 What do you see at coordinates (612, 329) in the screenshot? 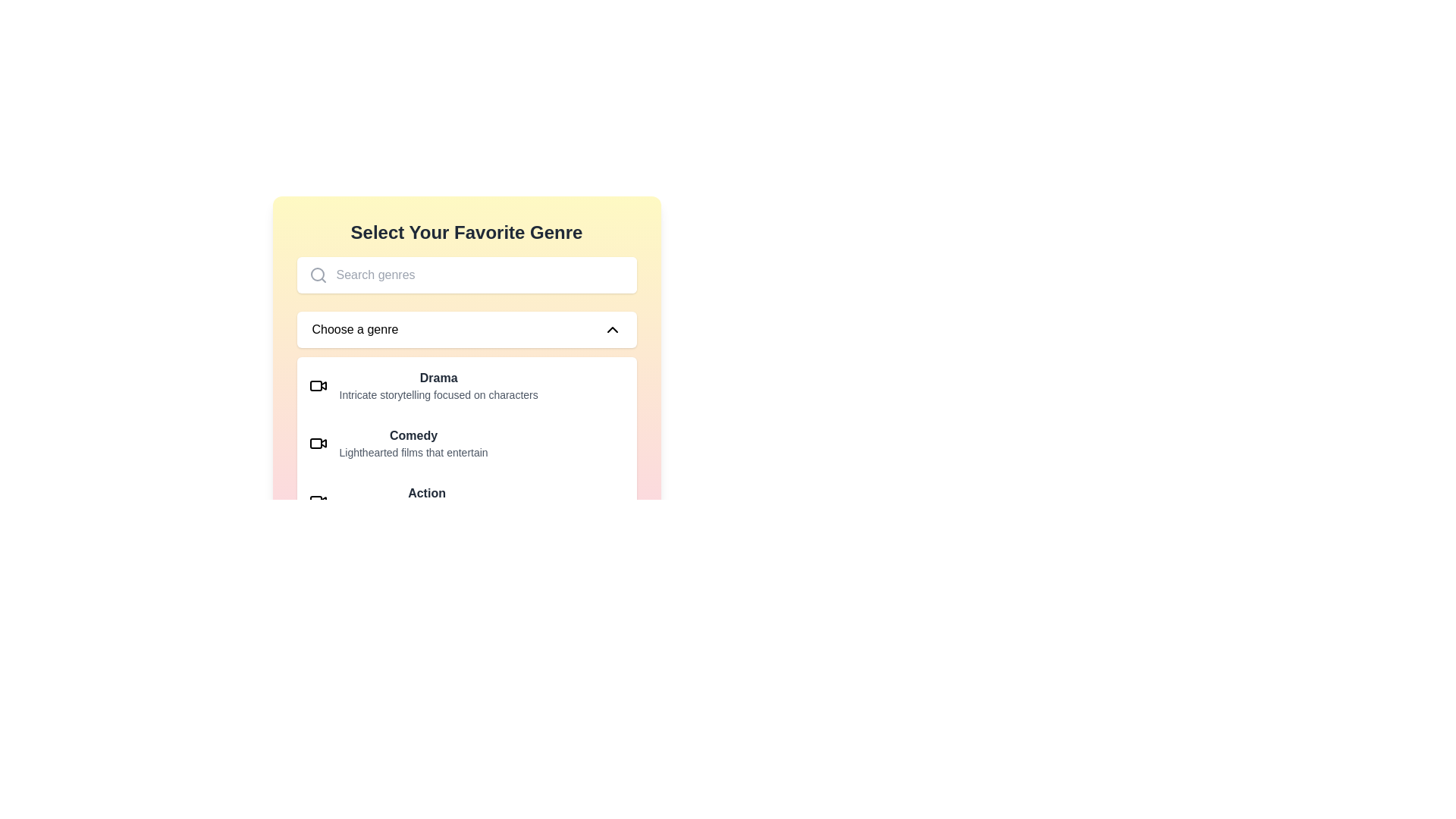
I see `the chevron-up navigation icon located on the right side of the 'Choose a genre' box` at bounding box center [612, 329].